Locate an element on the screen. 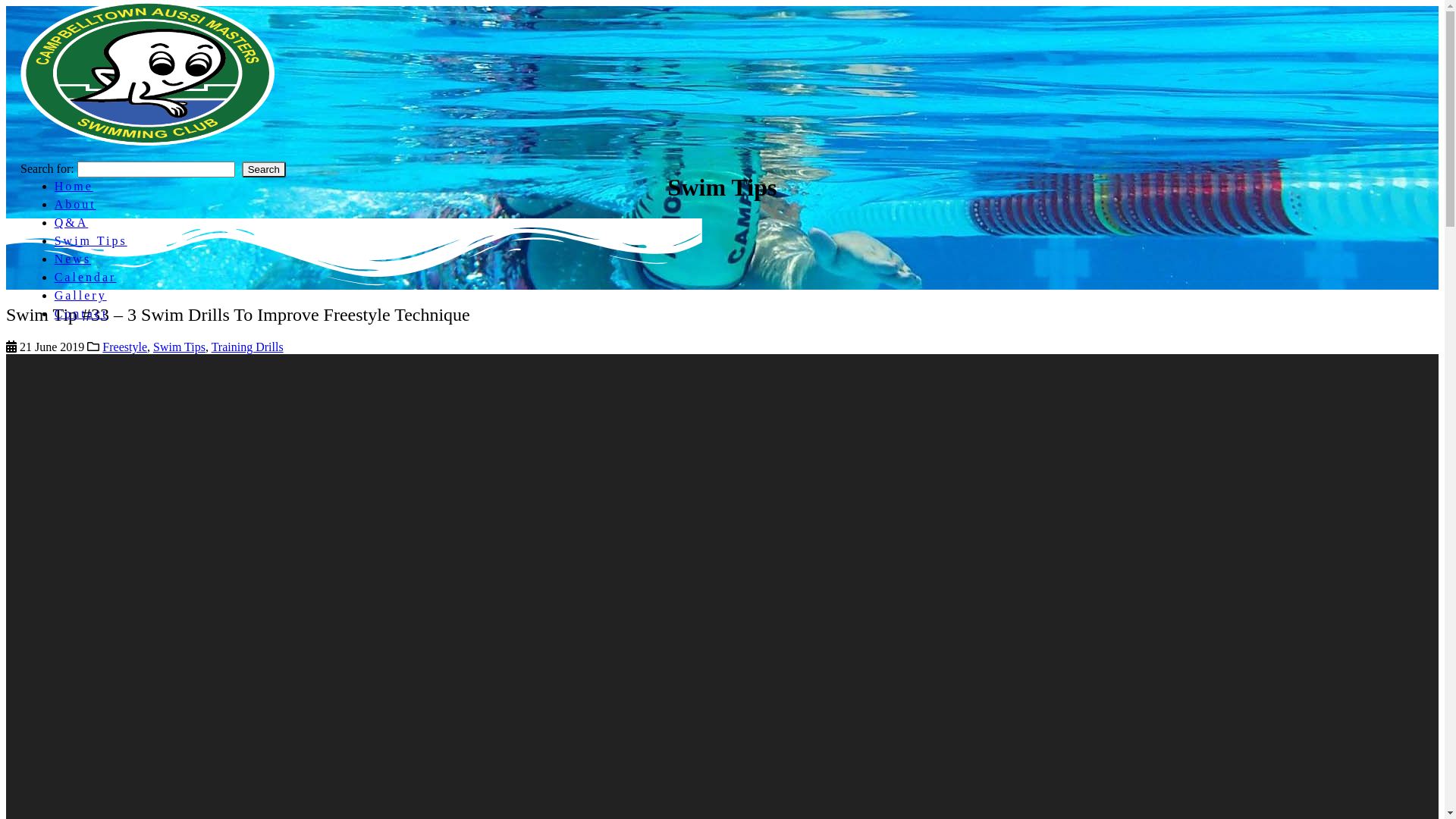 This screenshot has height=819, width=1456. 'Gallery' is located at coordinates (80, 295).